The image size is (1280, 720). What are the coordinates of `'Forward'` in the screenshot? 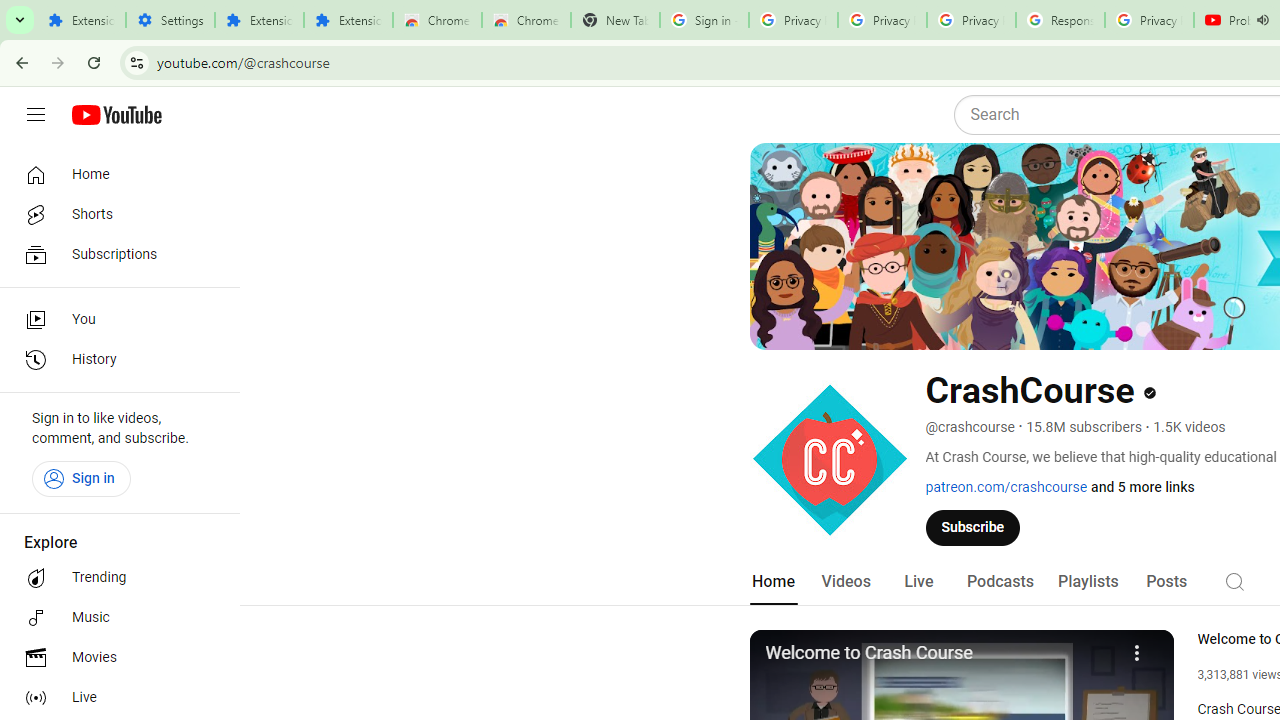 It's located at (58, 61).